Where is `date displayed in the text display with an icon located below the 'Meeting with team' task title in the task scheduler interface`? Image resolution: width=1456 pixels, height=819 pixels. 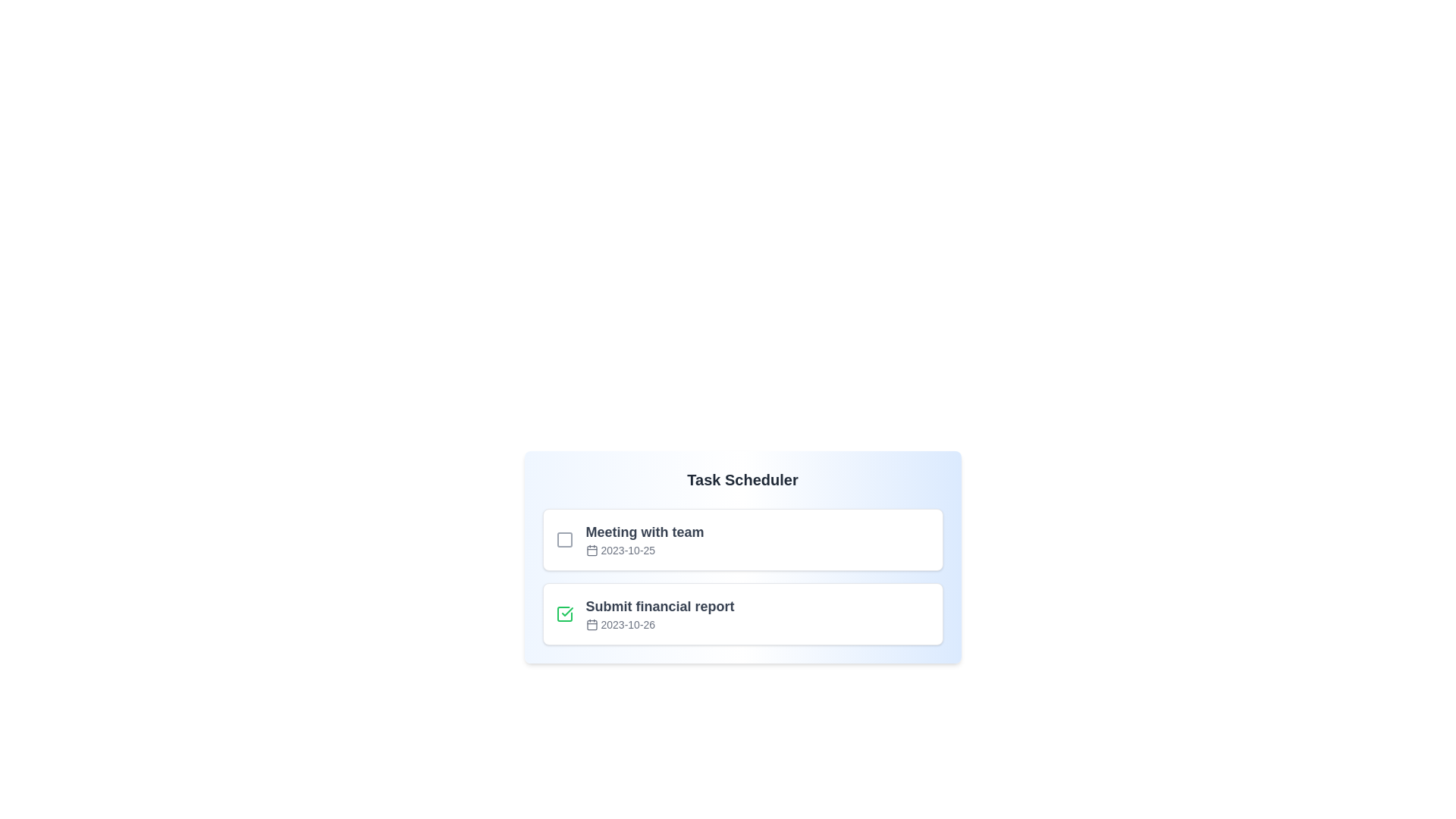 date displayed in the text display with an icon located below the 'Meeting with team' task title in the task scheduler interface is located at coordinates (645, 550).